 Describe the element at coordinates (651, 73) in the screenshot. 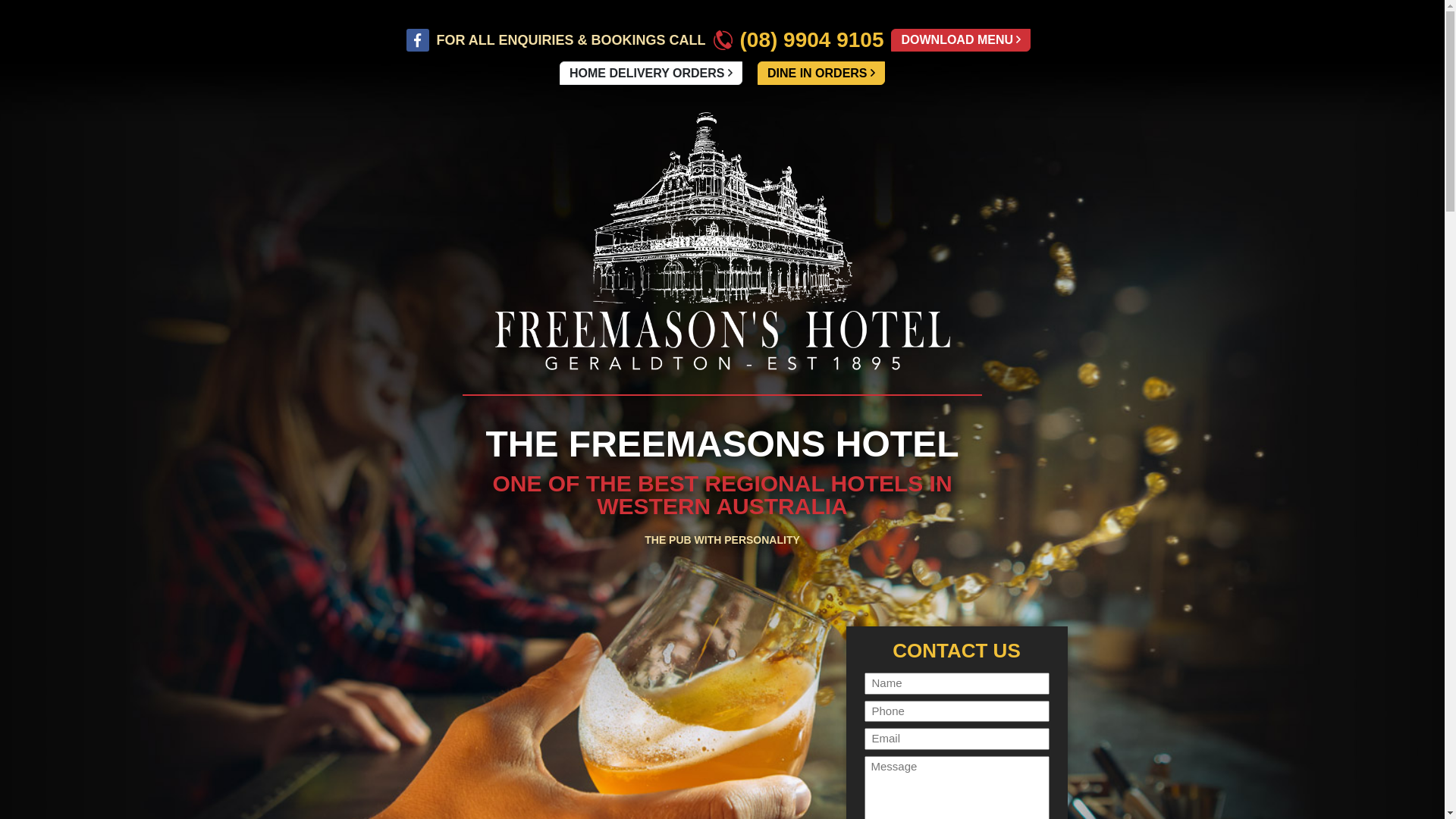

I see `'HOME DELIVERY ORDERS'` at that location.